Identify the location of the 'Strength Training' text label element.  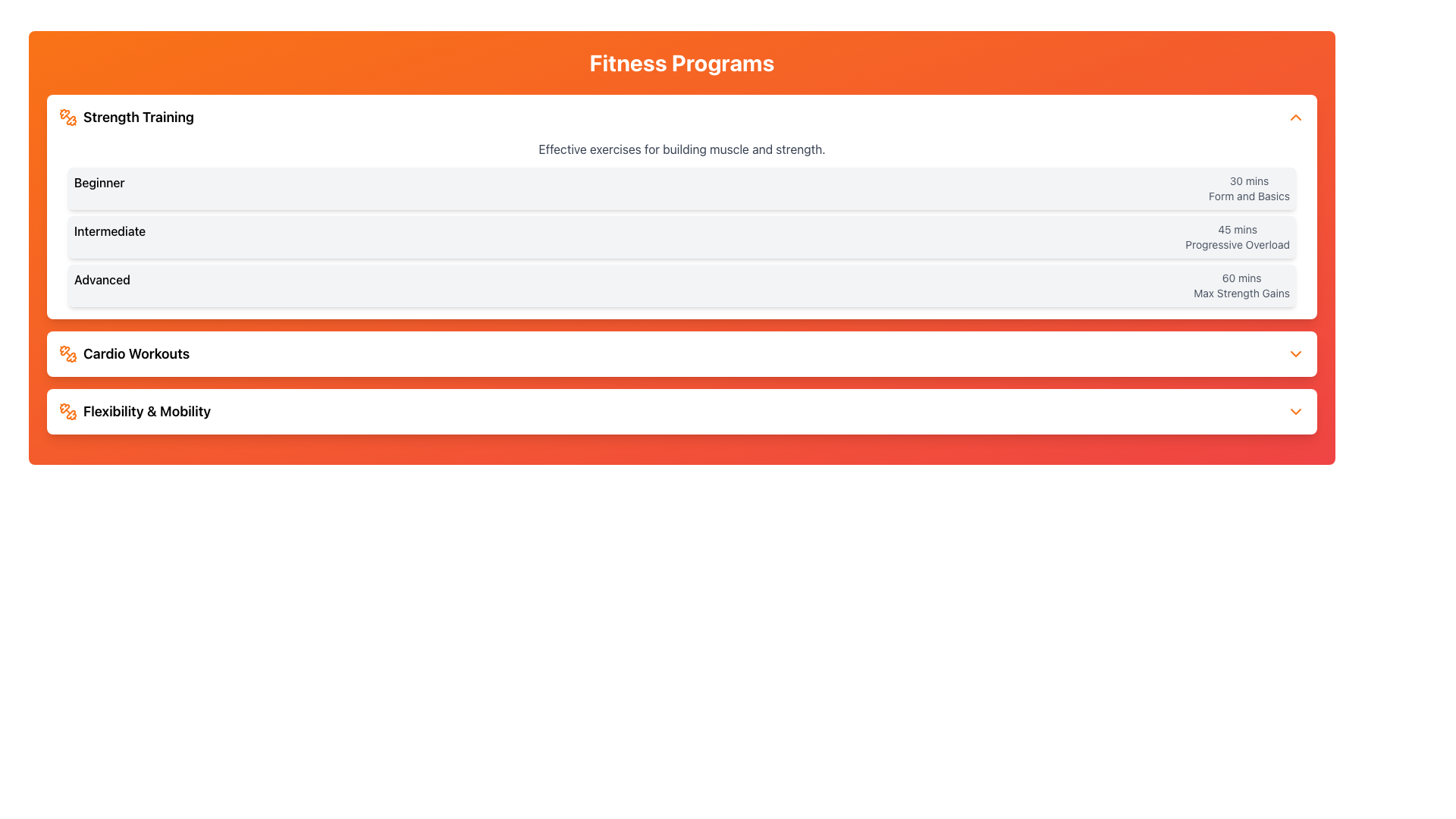
(138, 116).